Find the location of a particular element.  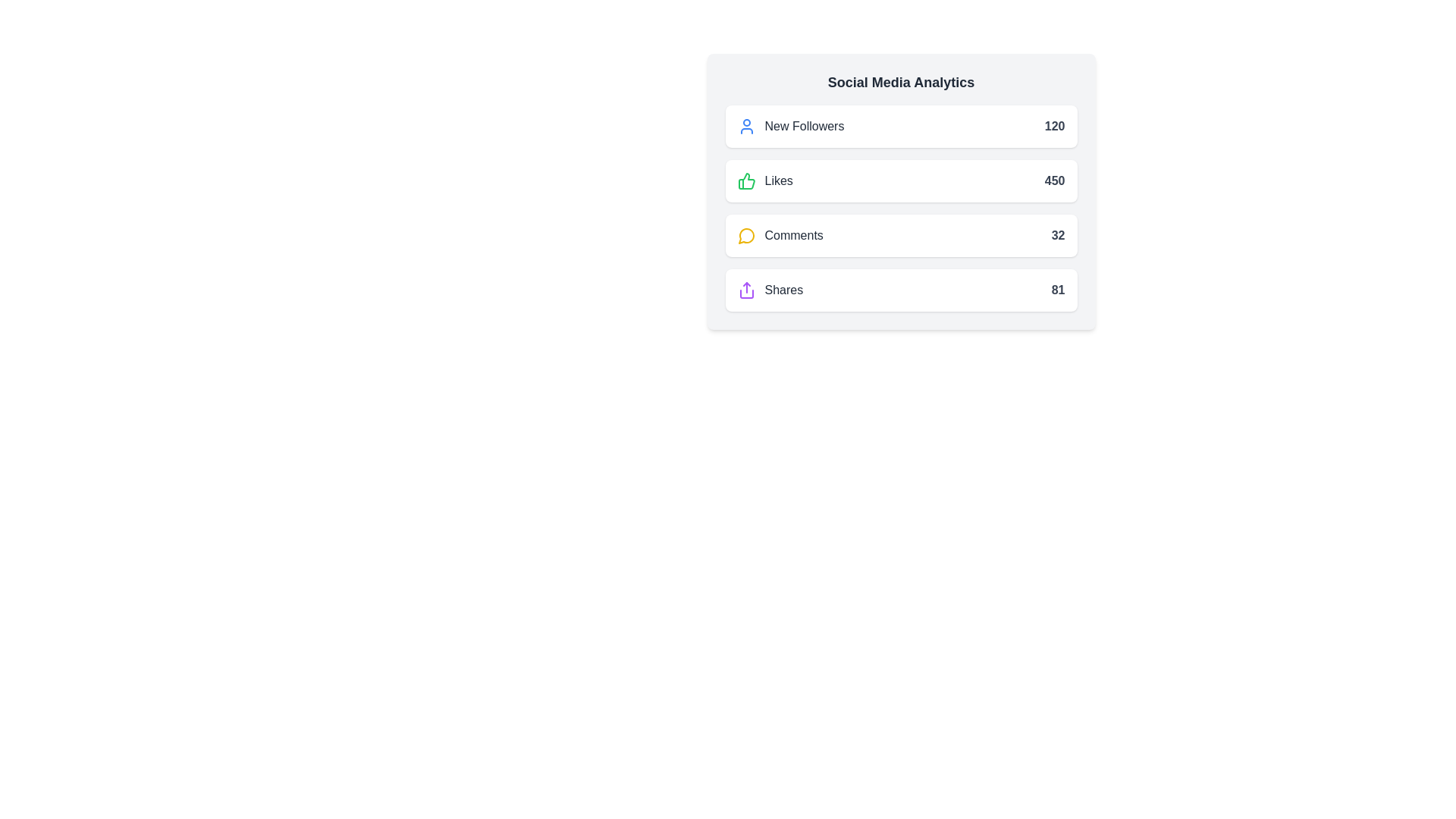

numerical value '81' displayed in bold gray font next to the 'Shares' label in the 'Shares' row of the 'Social Media Analytics' card is located at coordinates (1057, 290).